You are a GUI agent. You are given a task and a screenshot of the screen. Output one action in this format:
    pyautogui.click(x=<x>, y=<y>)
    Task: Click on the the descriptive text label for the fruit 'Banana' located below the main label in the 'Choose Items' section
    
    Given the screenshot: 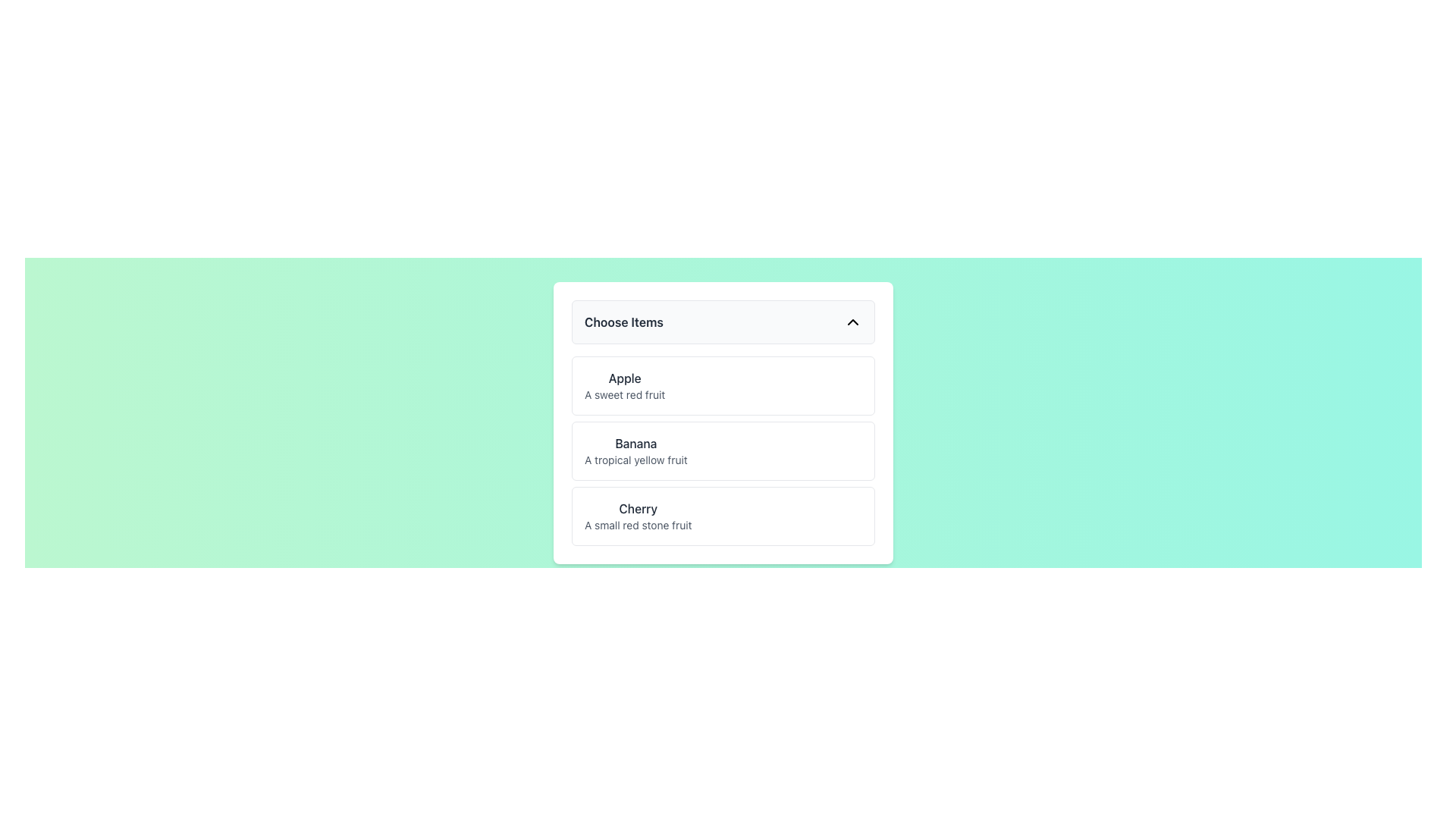 What is the action you would take?
    pyautogui.click(x=635, y=459)
    